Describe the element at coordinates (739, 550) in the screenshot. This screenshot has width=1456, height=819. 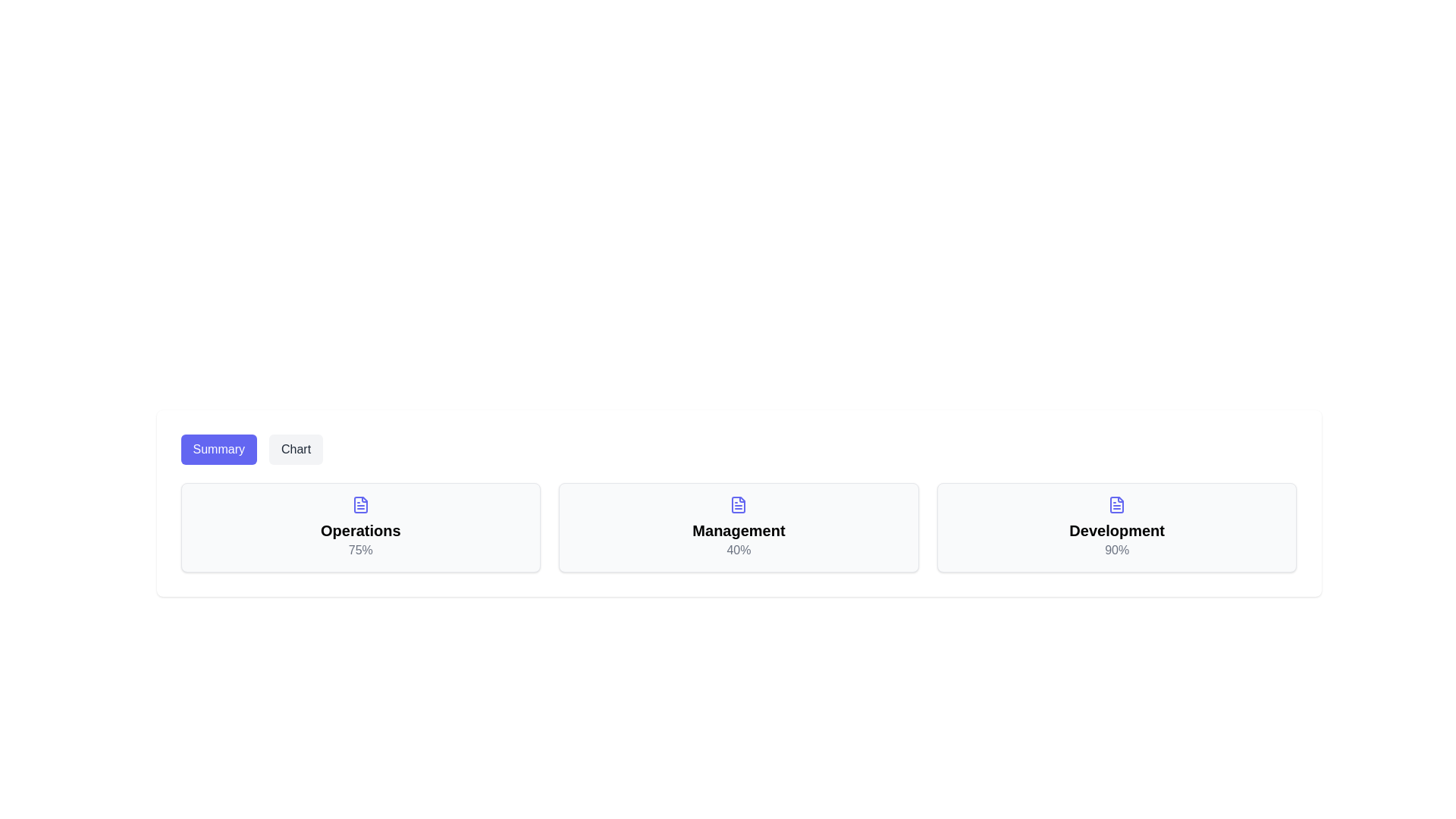
I see `the gray text element displaying '40%' located at the bottom of the 'Management' card` at that location.